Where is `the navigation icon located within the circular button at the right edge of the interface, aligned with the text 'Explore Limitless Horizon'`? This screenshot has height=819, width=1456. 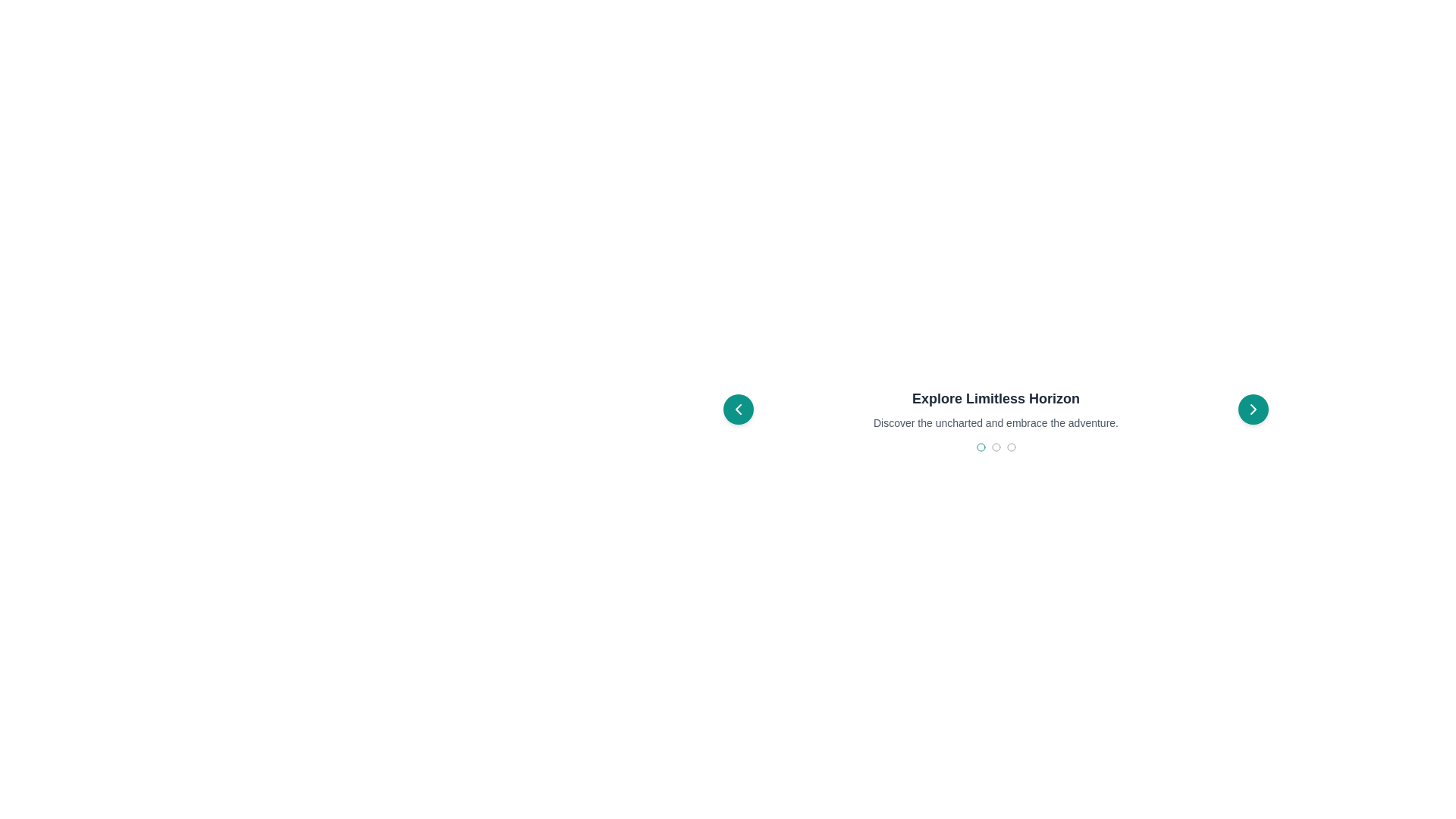 the navigation icon located within the circular button at the right edge of the interface, aligned with the text 'Explore Limitless Horizon' is located at coordinates (1254, 409).